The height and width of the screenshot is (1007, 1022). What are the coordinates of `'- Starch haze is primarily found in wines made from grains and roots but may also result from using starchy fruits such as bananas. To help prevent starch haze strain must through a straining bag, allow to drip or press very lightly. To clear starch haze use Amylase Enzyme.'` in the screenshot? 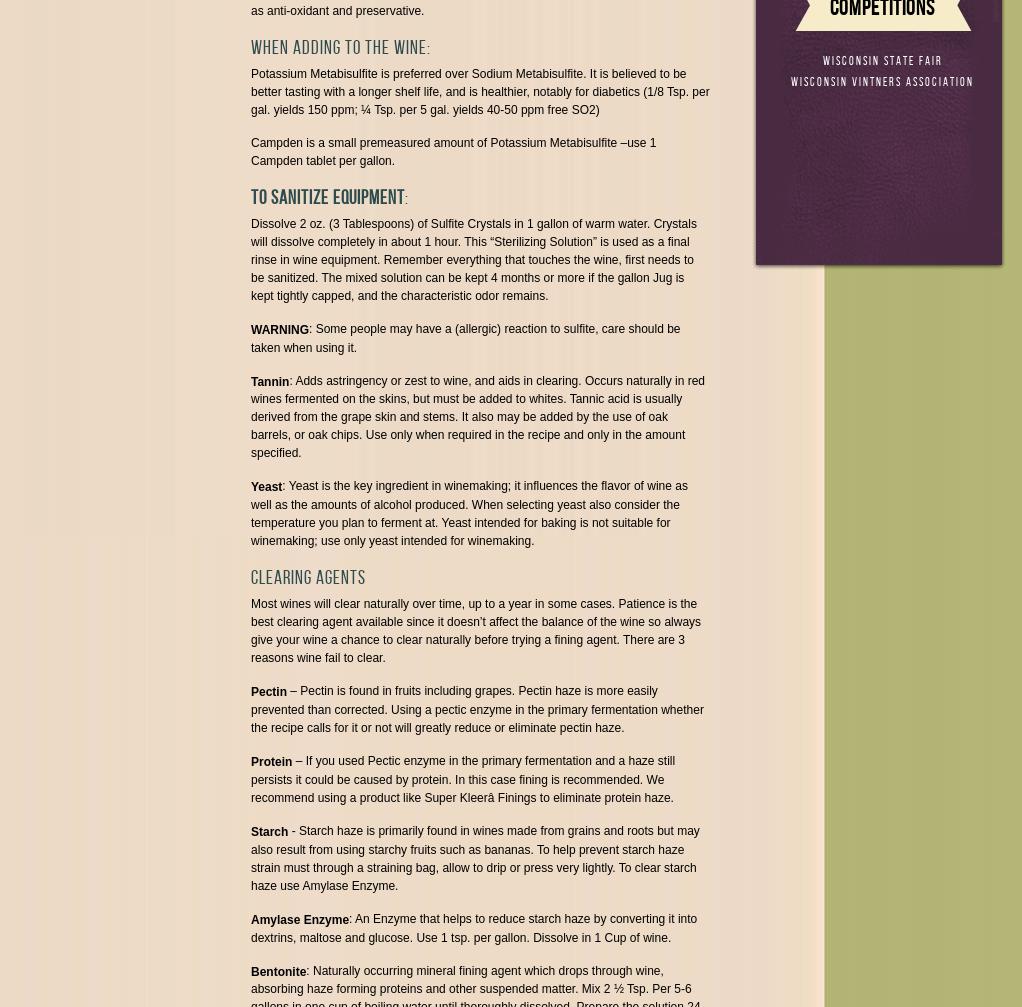 It's located at (474, 856).